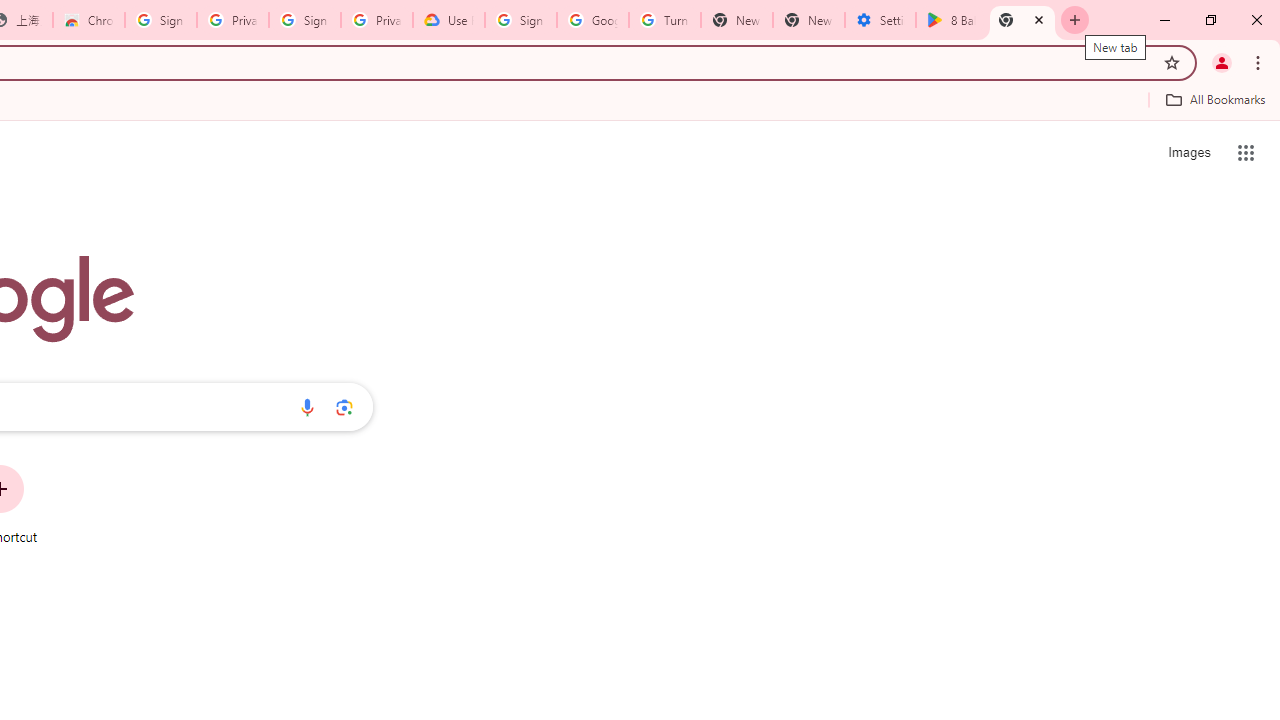 This screenshot has height=720, width=1280. I want to click on 'All Bookmarks', so click(1214, 99).